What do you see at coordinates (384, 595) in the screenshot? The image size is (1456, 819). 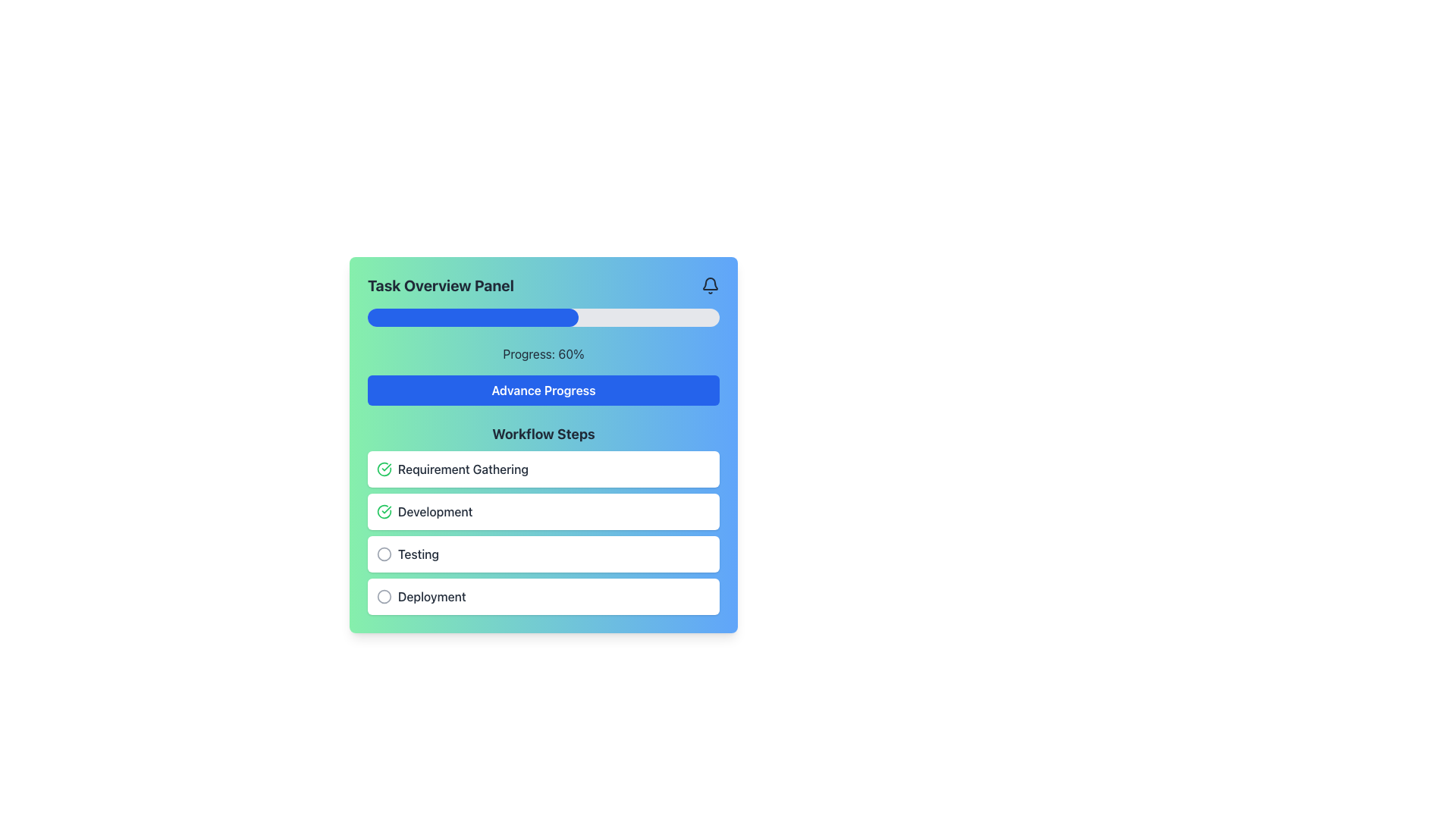 I see `the circular grayish SVG icon associated with the 'Deployment' step in the 'Workflow Steps' section of the panel` at bounding box center [384, 595].